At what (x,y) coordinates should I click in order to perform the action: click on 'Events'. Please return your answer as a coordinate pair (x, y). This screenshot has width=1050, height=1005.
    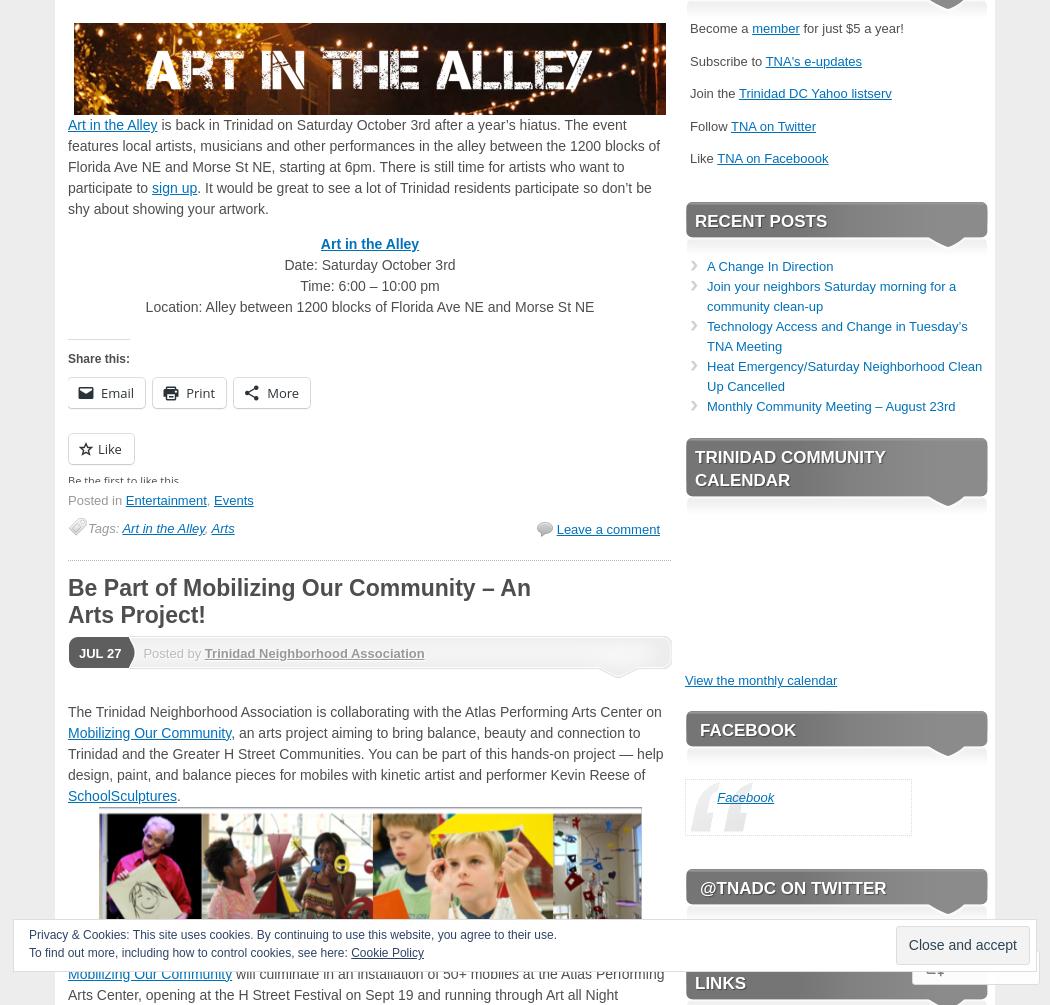
    Looking at the image, I should click on (233, 499).